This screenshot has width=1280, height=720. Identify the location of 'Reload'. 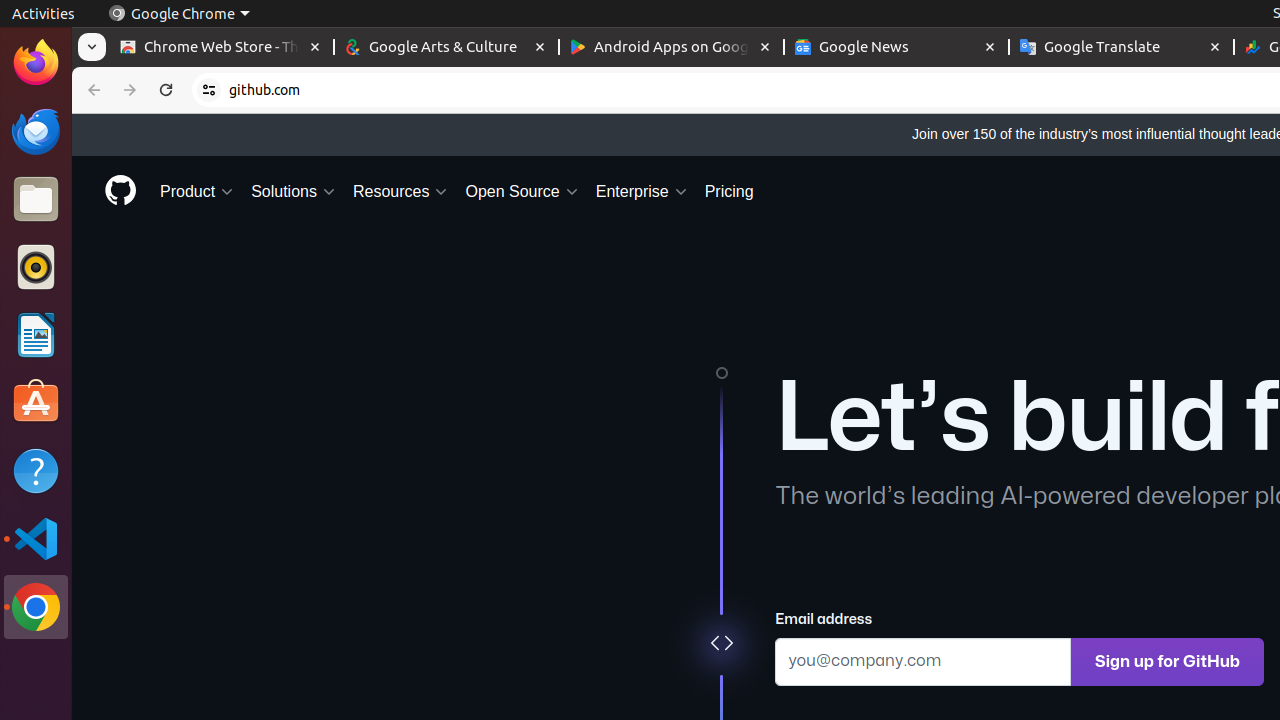
(166, 90).